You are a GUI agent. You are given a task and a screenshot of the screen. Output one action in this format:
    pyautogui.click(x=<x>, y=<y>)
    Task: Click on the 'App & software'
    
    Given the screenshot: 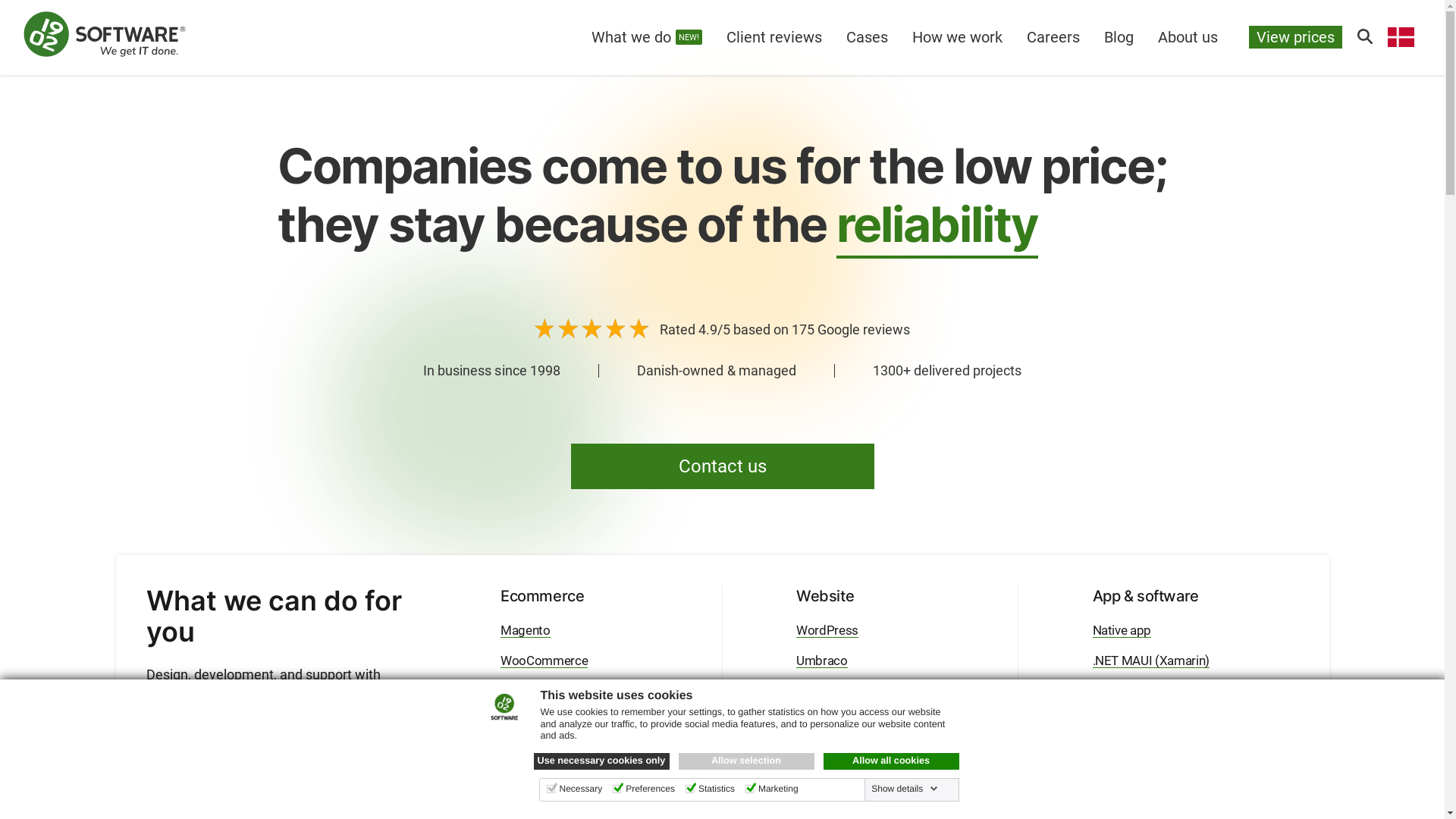 What is the action you would take?
    pyautogui.click(x=1145, y=595)
    